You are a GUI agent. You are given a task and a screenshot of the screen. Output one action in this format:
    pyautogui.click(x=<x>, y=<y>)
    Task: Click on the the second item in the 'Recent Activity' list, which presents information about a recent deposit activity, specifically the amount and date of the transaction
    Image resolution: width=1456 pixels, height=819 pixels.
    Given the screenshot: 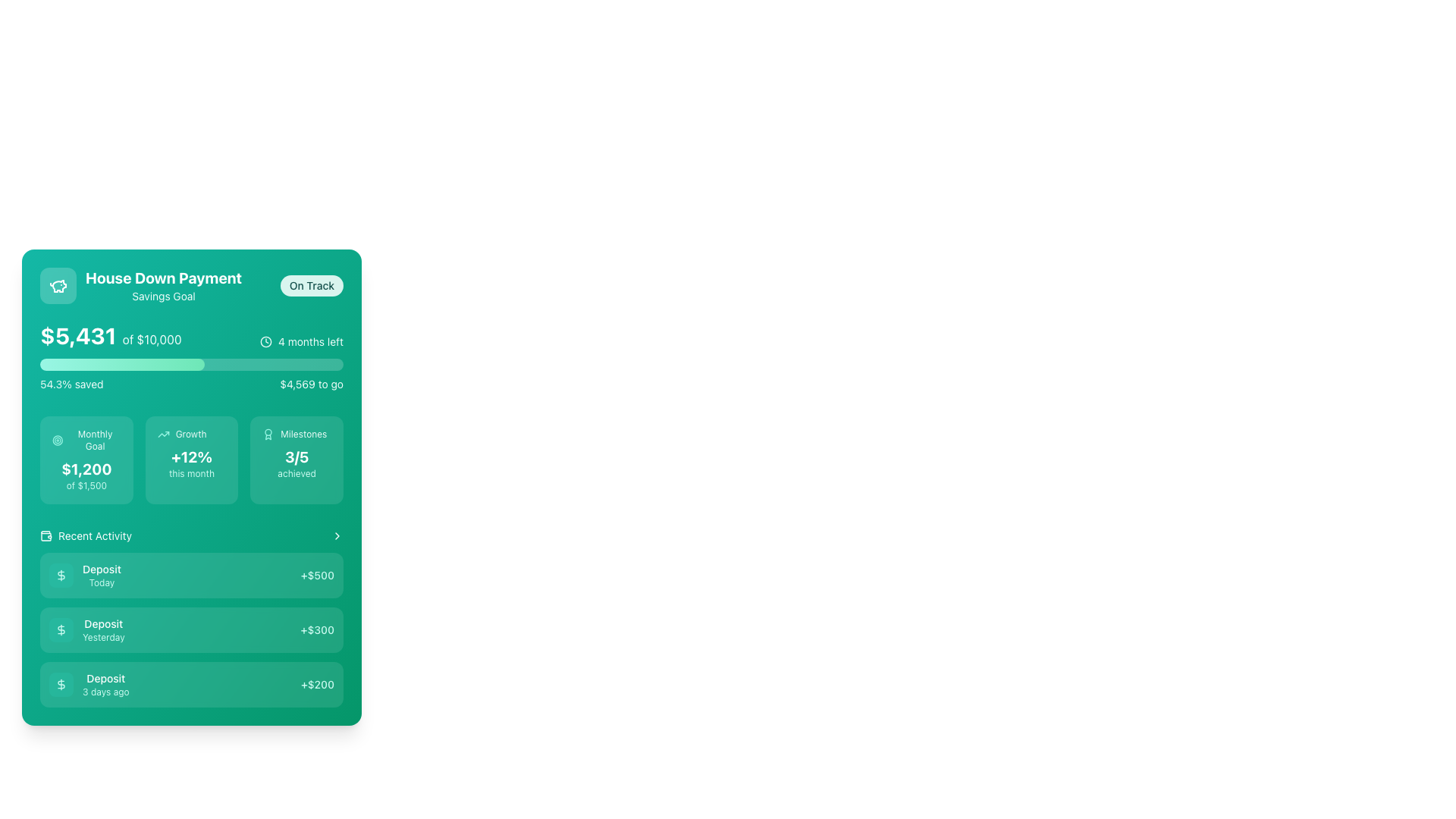 What is the action you would take?
    pyautogui.click(x=191, y=617)
    